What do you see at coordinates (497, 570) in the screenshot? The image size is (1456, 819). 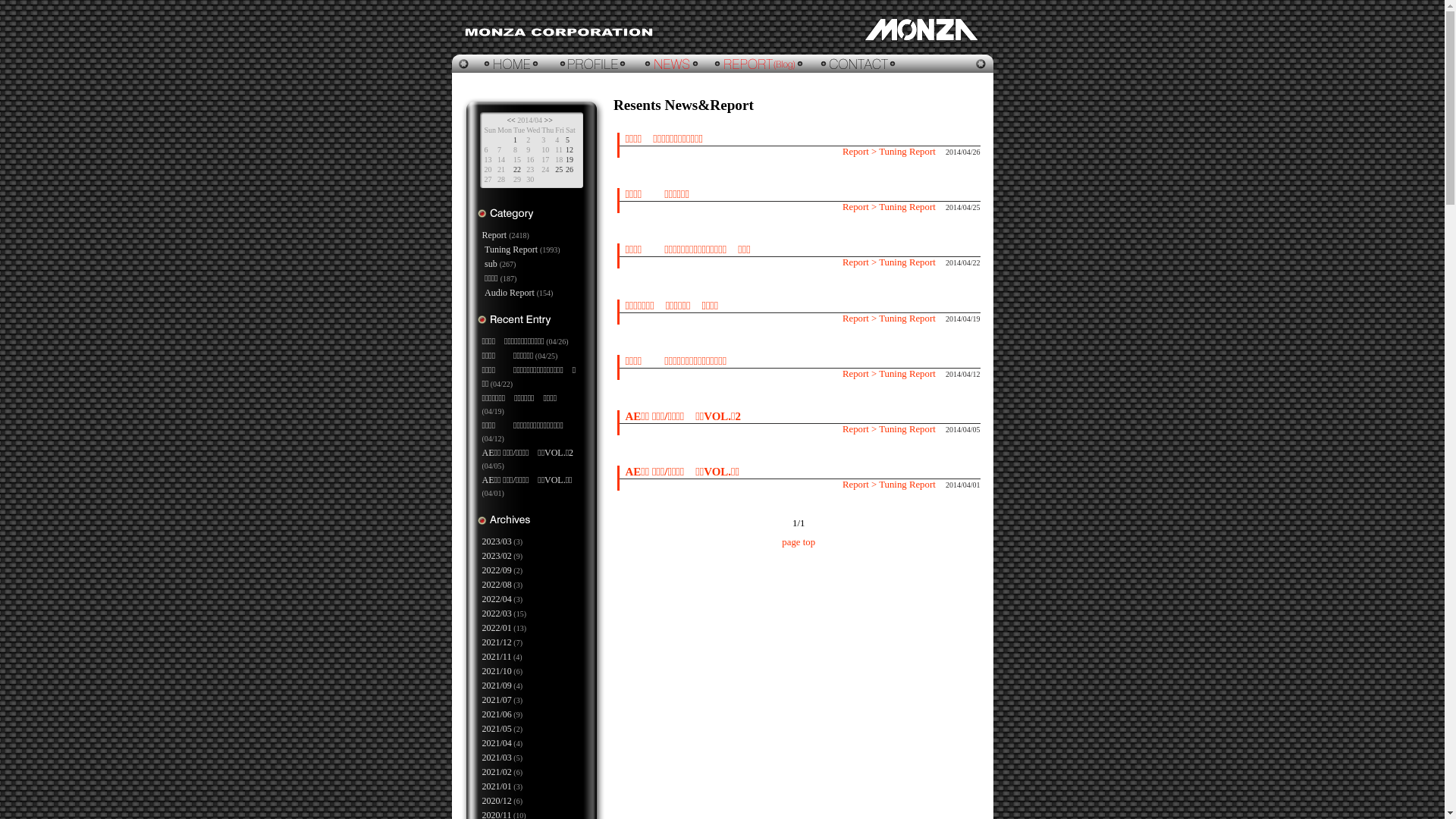 I see `'2022/09'` at bounding box center [497, 570].